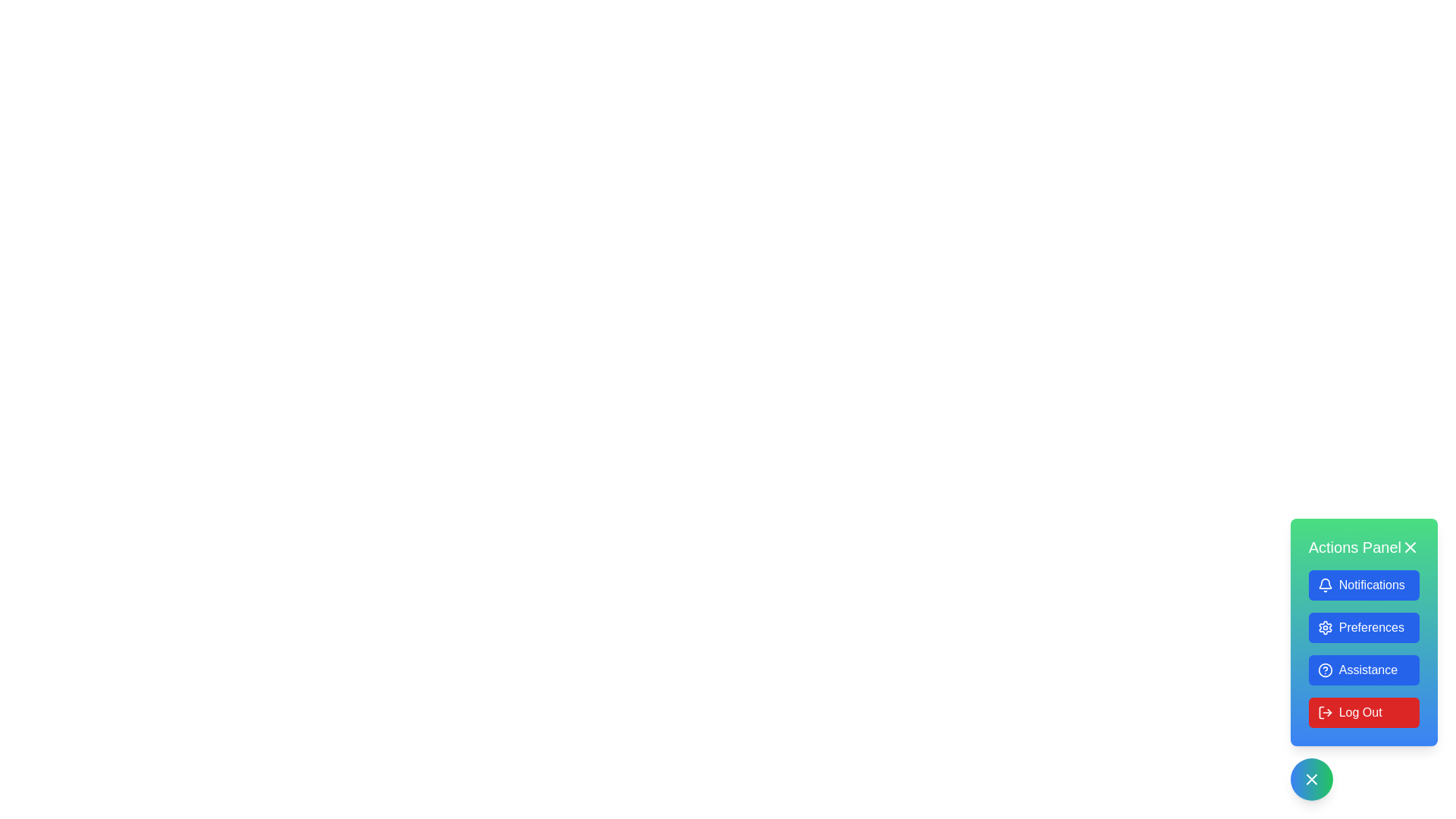 Image resolution: width=1456 pixels, height=819 pixels. What do you see at coordinates (1324, 713) in the screenshot?
I see `the small rectangular log-out icon styled as an arrow exiting a box, located to the left of the 'Log Out' button text` at bounding box center [1324, 713].